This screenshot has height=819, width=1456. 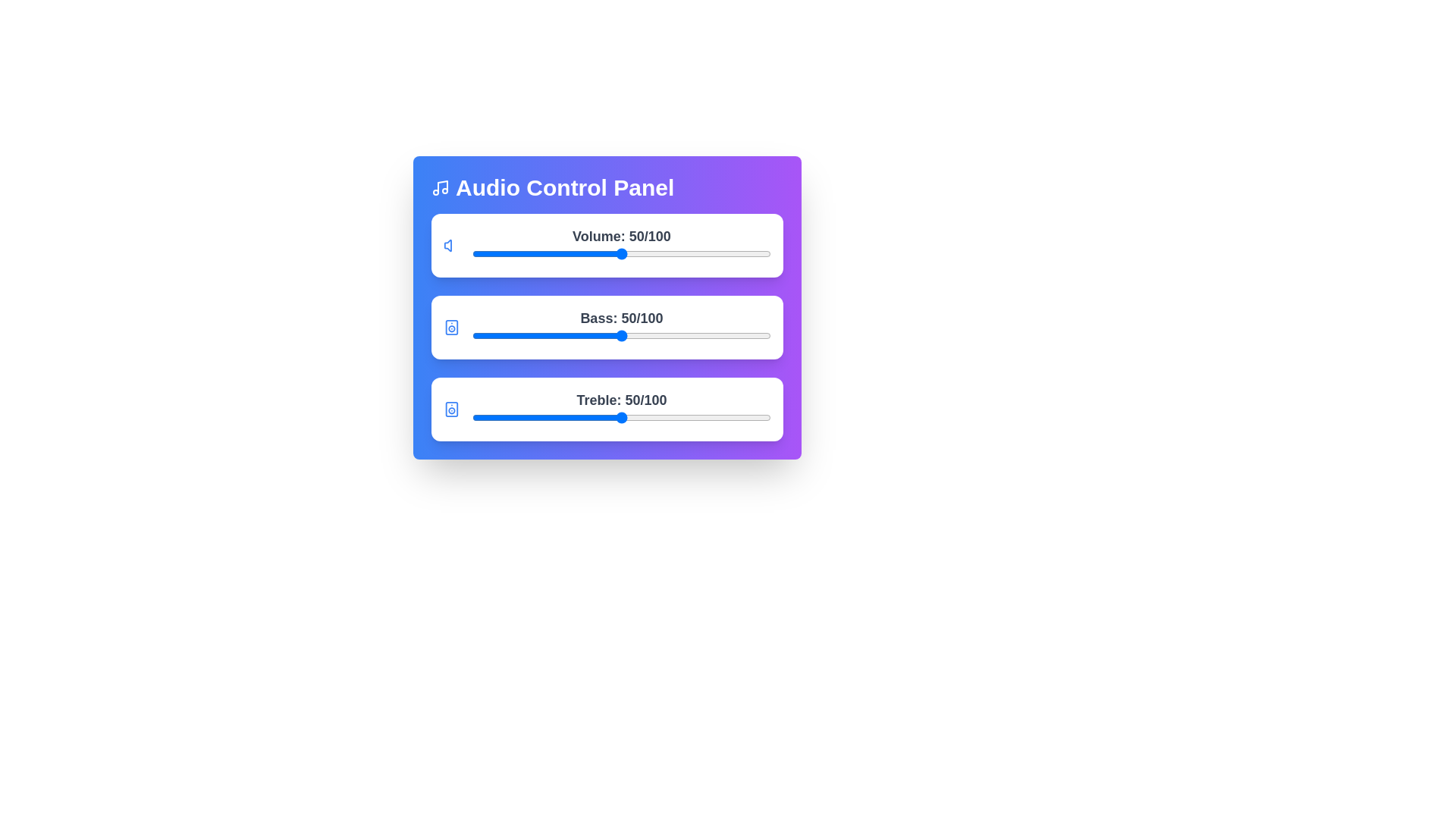 I want to click on the treble slider to 81 value, so click(x=714, y=418).